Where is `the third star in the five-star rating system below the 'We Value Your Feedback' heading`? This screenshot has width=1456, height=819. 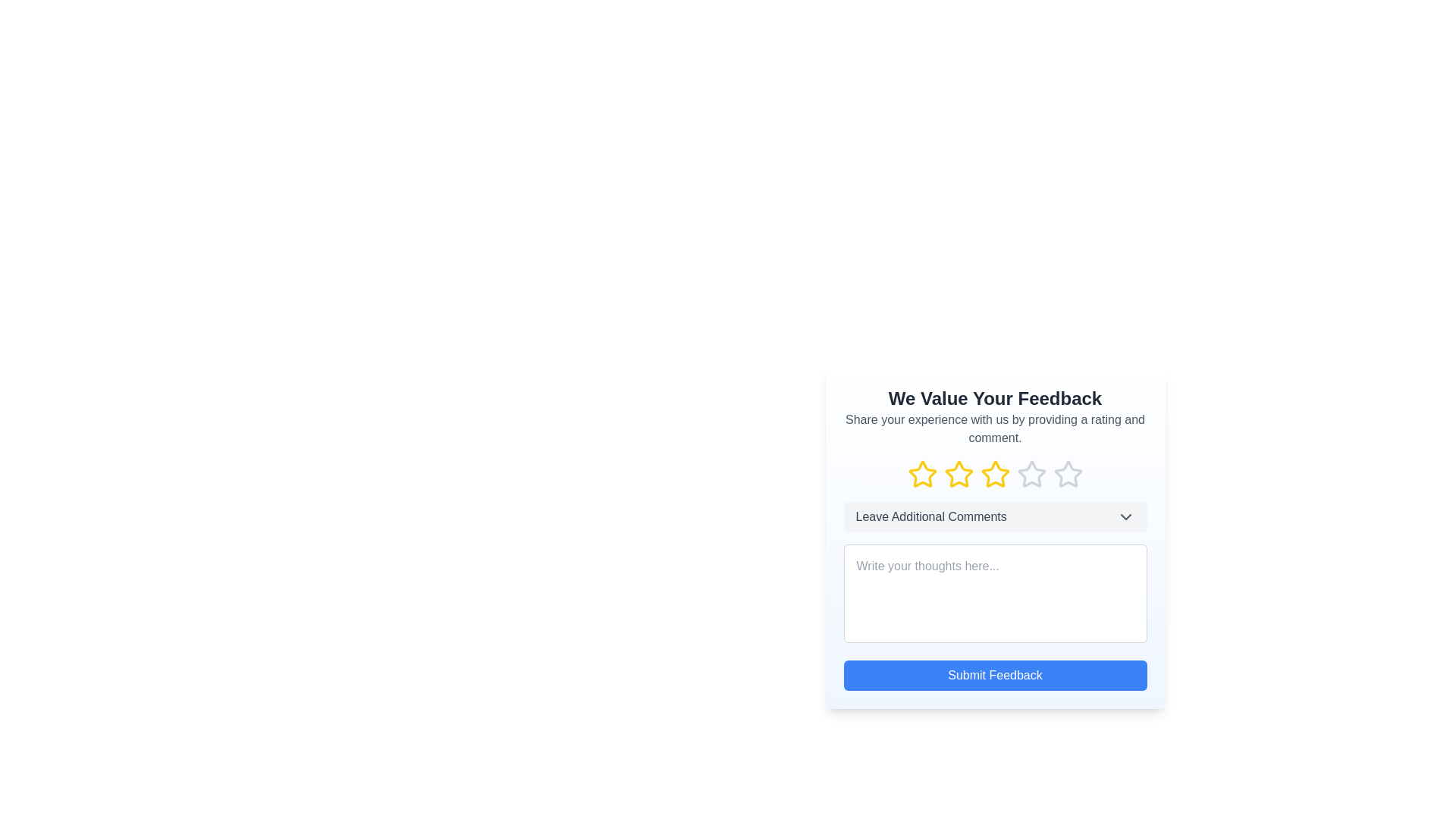 the third star in the five-star rating system below the 'We Value Your Feedback' heading is located at coordinates (958, 473).